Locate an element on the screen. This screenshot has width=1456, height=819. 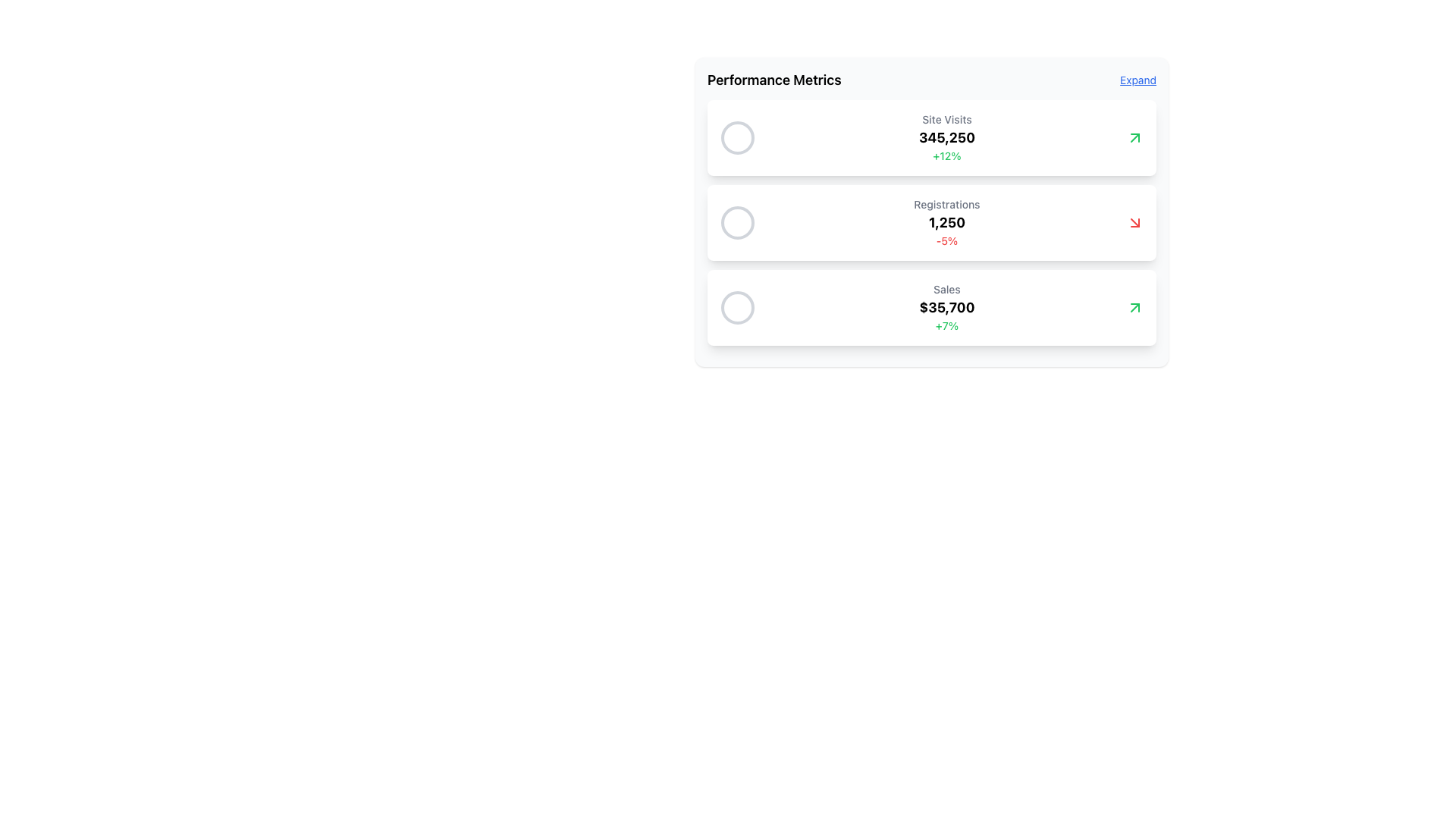
the informational text label that displays a numerical metric related to registrations, positioned beneath 'Registrations' and above '-5%' is located at coordinates (946, 222).